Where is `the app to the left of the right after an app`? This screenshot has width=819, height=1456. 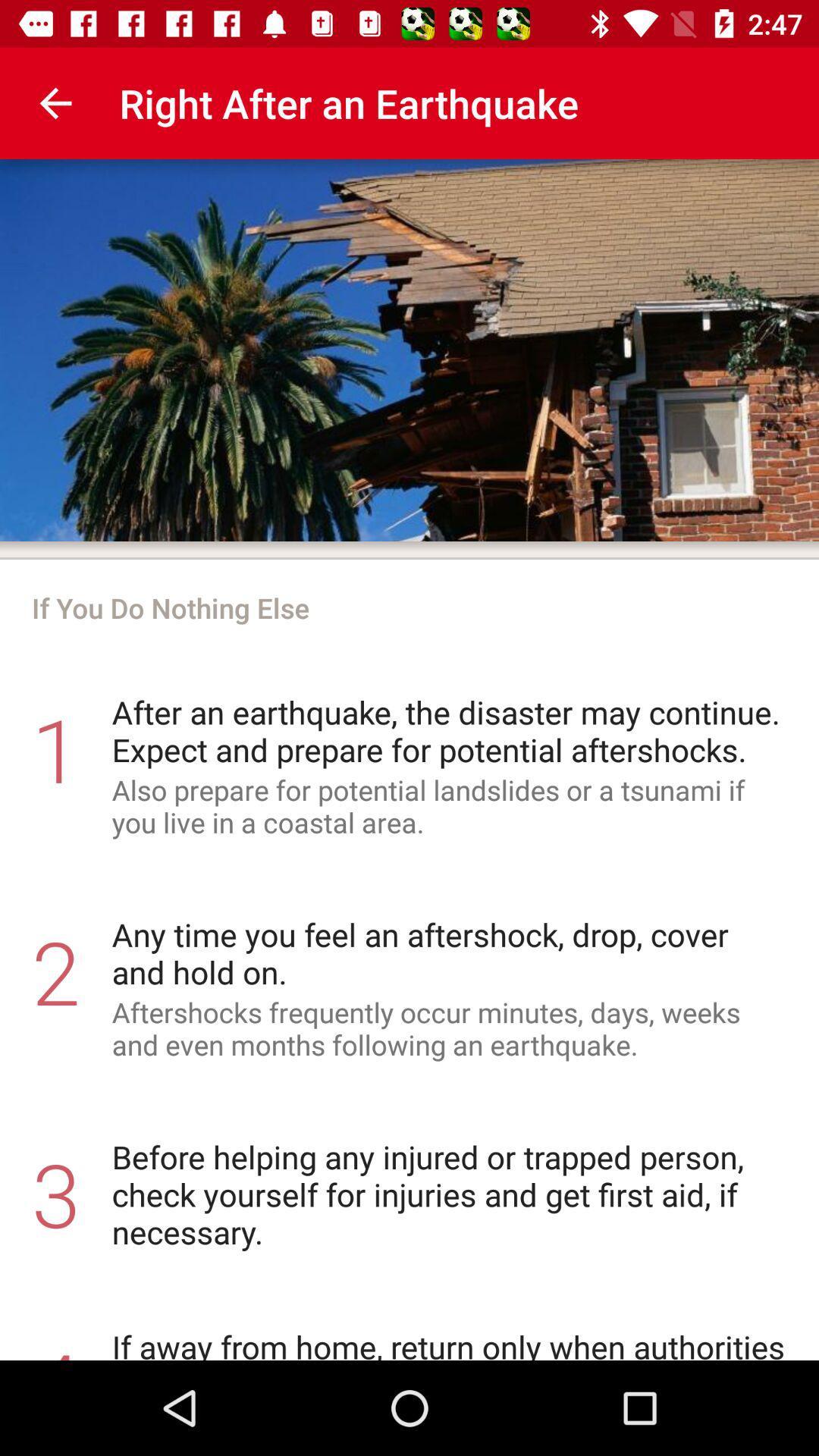 the app to the left of the right after an app is located at coordinates (55, 102).